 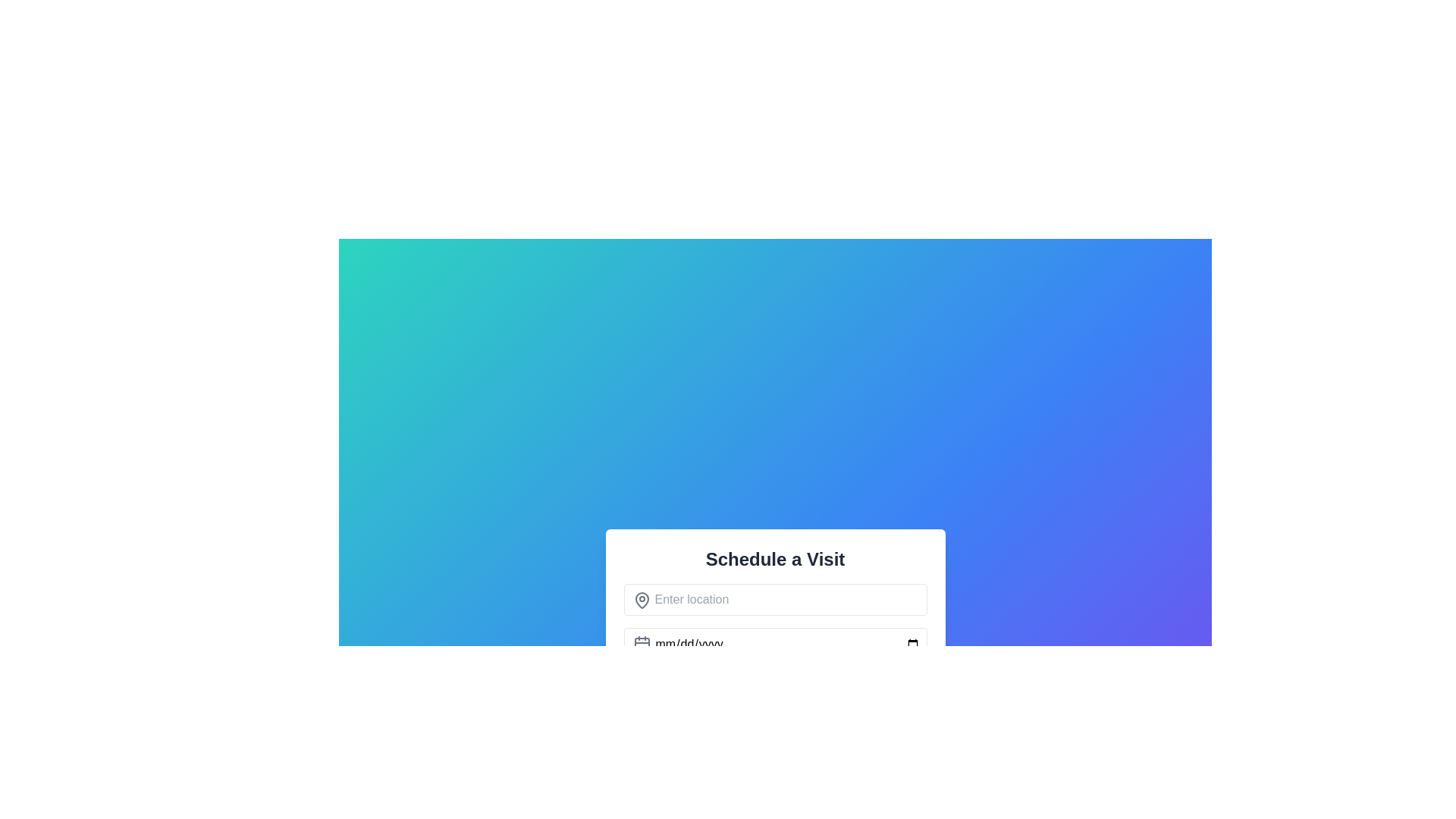 What do you see at coordinates (775, 559) in the screenshot?
I see `heading text 'Schedule a Visit' located at the top of the form to understand the form's purpose` at bounding box center [775, 559].